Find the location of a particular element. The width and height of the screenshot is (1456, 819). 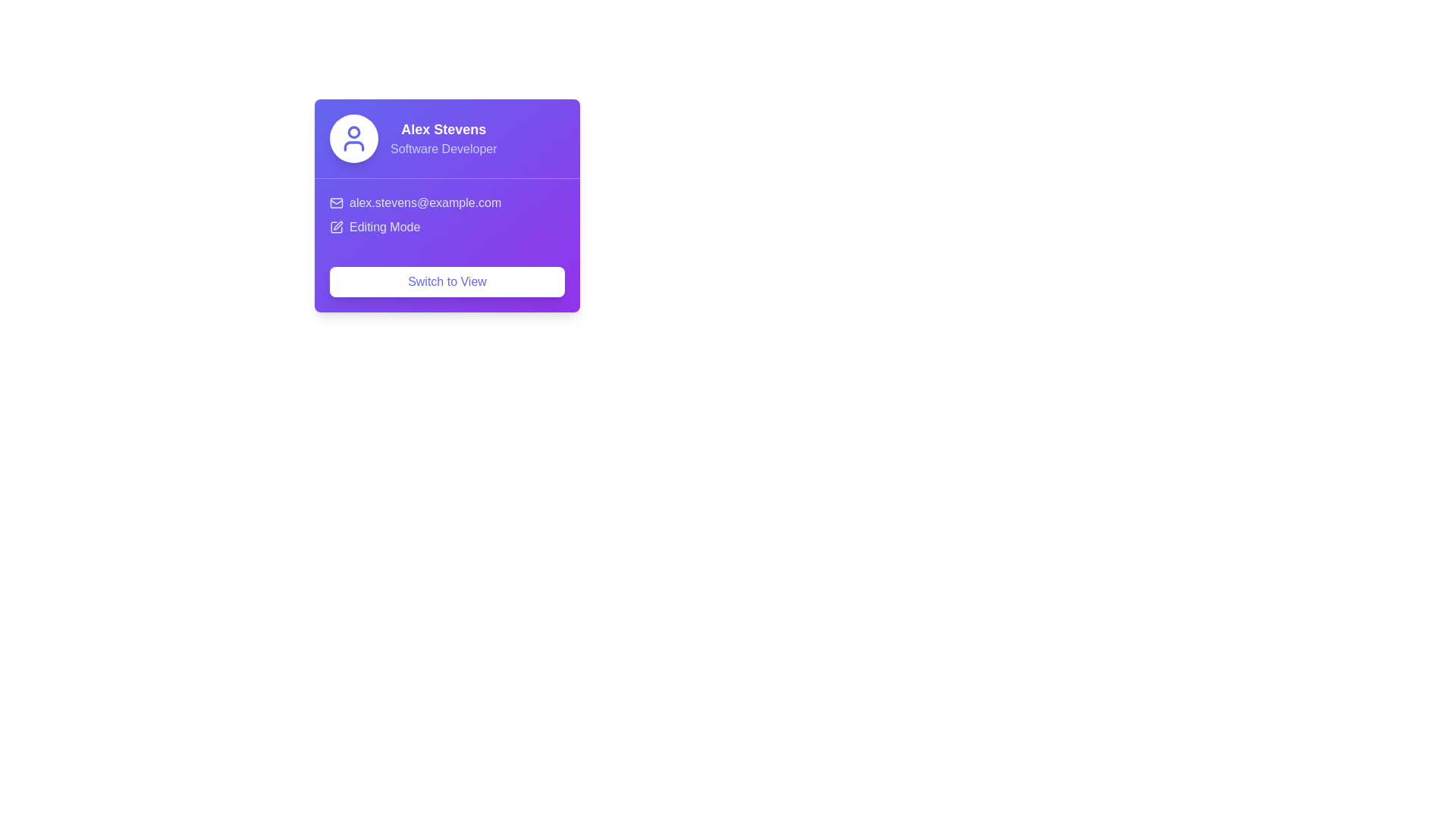

the decorative graphic rectangle in the envelope icon next to the email address in the user profile card is located at coordinates (336, 202).